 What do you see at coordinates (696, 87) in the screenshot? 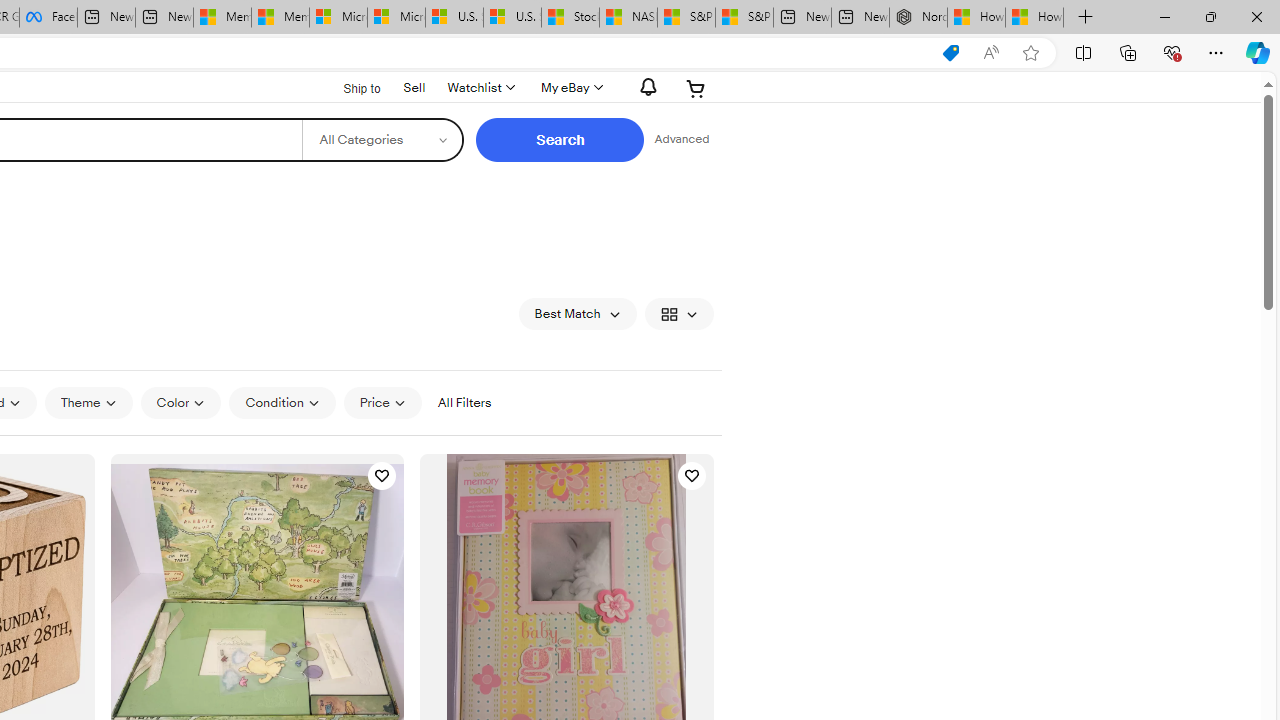
I see `'Your shopping cart'` at bounding box center [696, 87].